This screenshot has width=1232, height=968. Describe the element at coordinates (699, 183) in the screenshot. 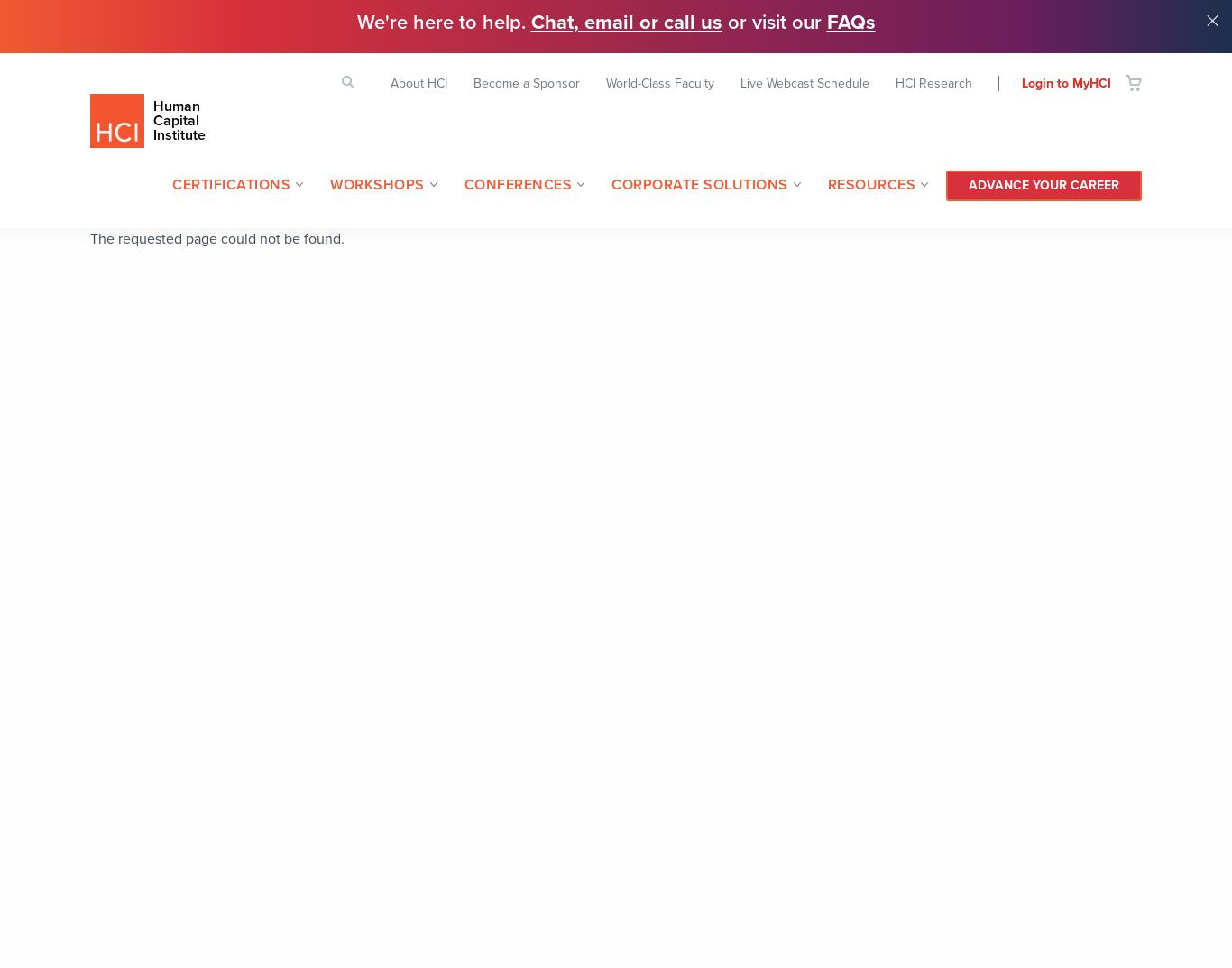

I see `'Corporate Solutions'` at that location.